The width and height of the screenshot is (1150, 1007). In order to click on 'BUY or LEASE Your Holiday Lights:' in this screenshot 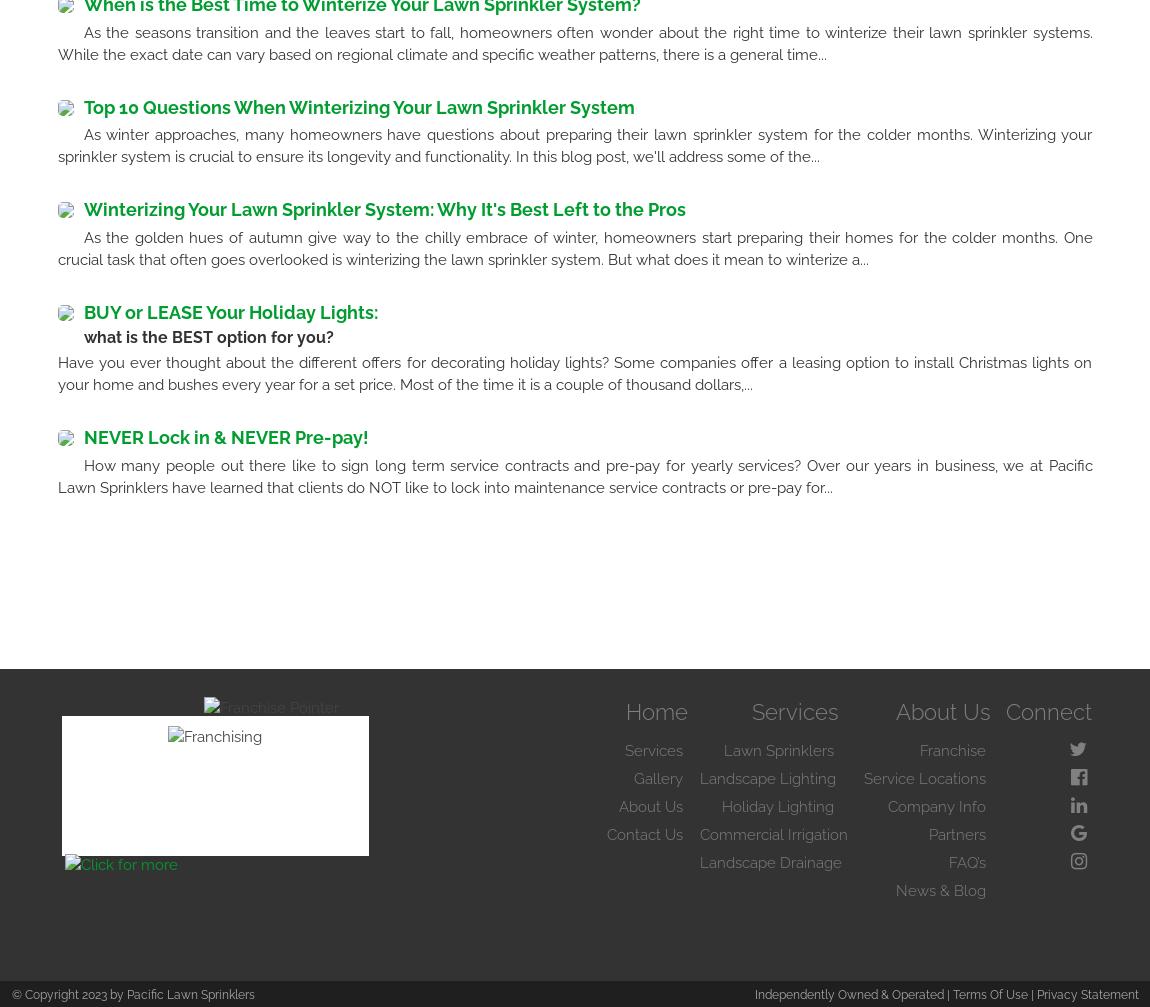, I will do `click(229, 311)`.